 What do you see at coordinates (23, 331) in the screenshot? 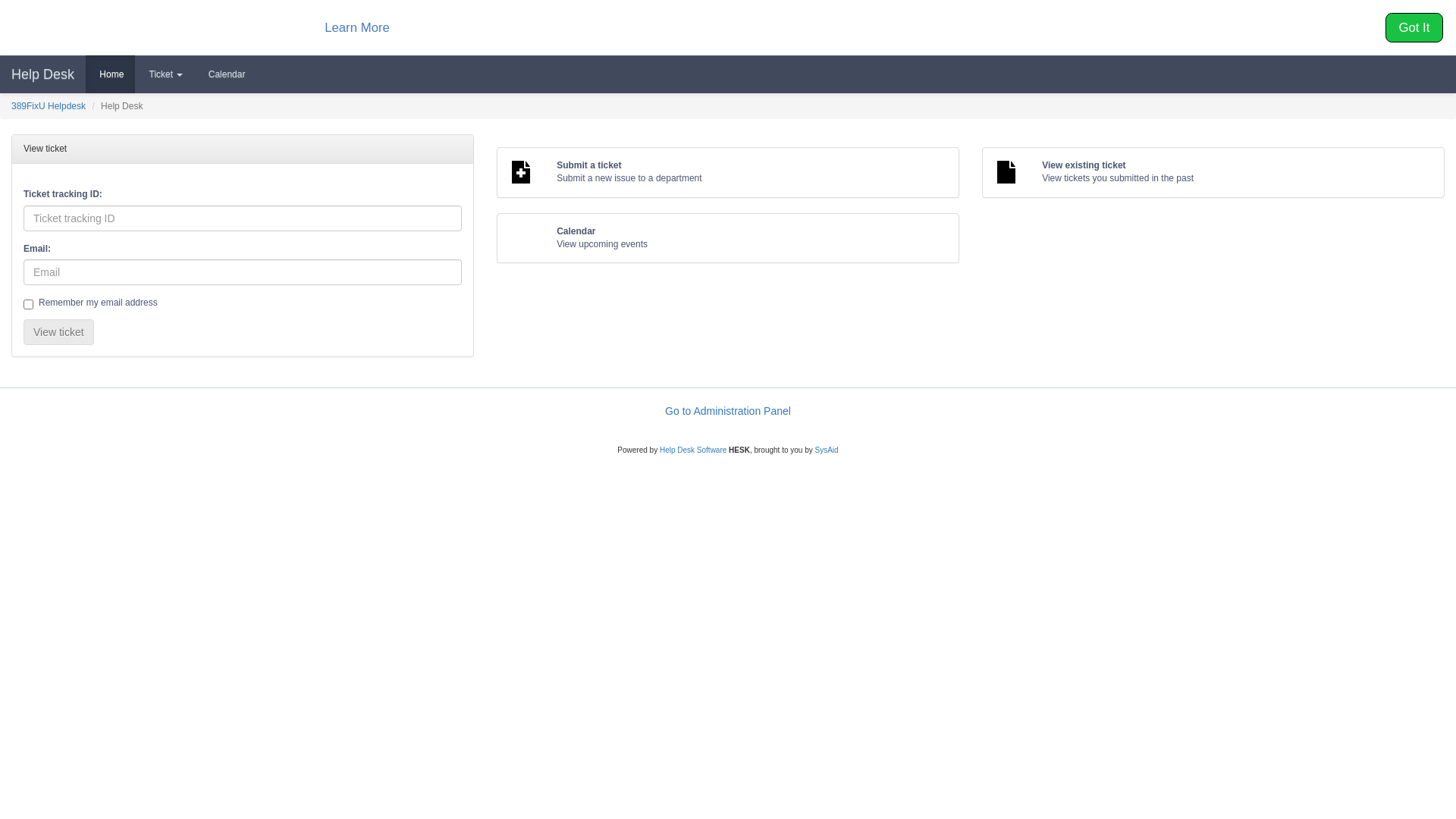
I see `'View ticket'` at bounding box center [23, 331].